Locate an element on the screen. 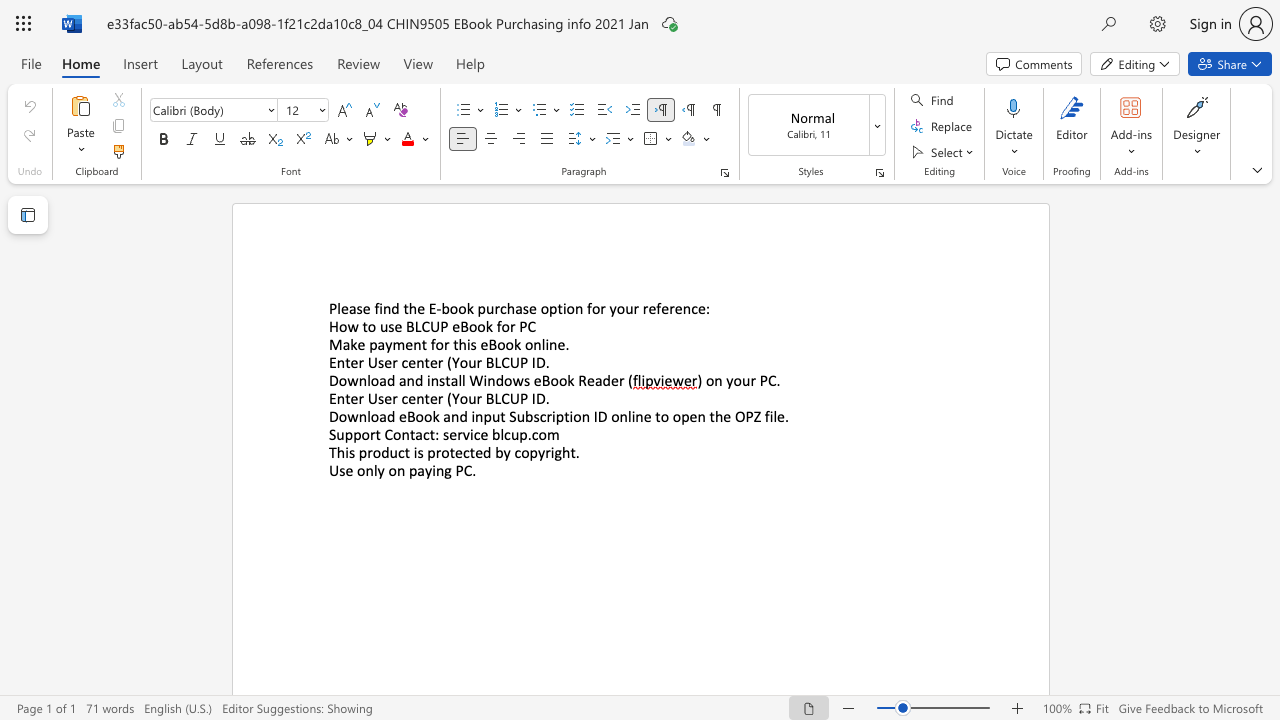 The height and width of the screenshot is (720, 1280). the subset text "ice" within the text "Support Contact: service" is located at coordinates (469, 433).